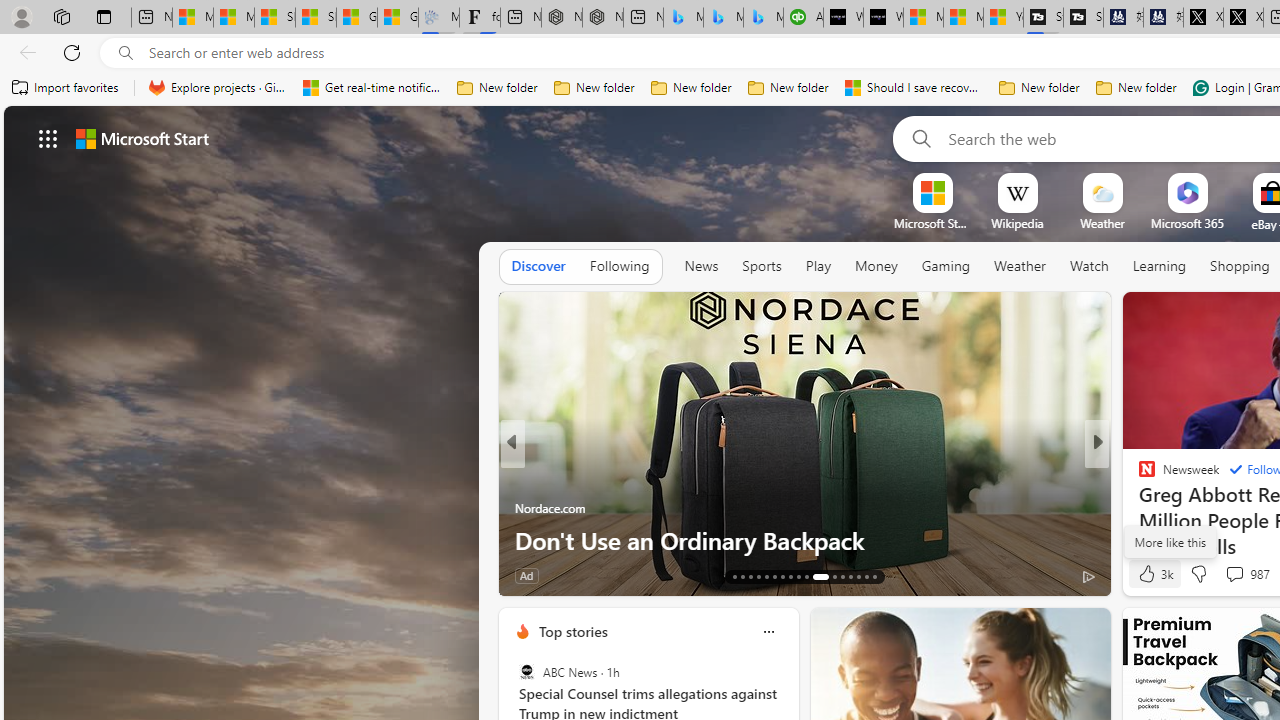 The height and width of the screenshot is (720, 1280). What do you see at coordinates (757, 577) in the screenshot?
I see `'AutomationID: tab-16'` at bounding box center [757, 577].